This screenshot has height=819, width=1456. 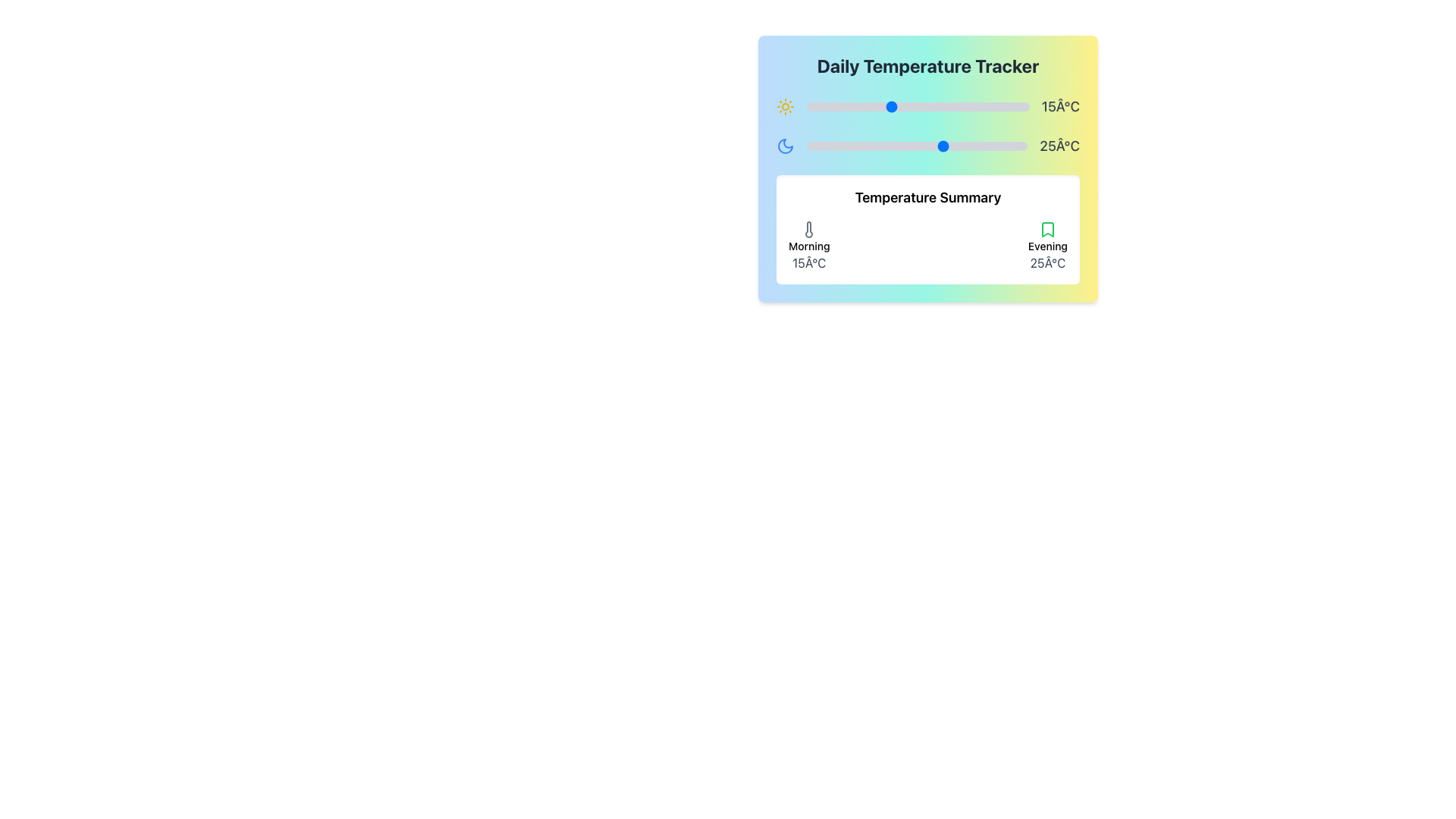 What do you see at coordinates (808, 230) in the screenshot?
I see `the thermometer icon located within the 'Temperature Summary' section, positioned to the left under 'Morning'` at bounding box center [808, 230].